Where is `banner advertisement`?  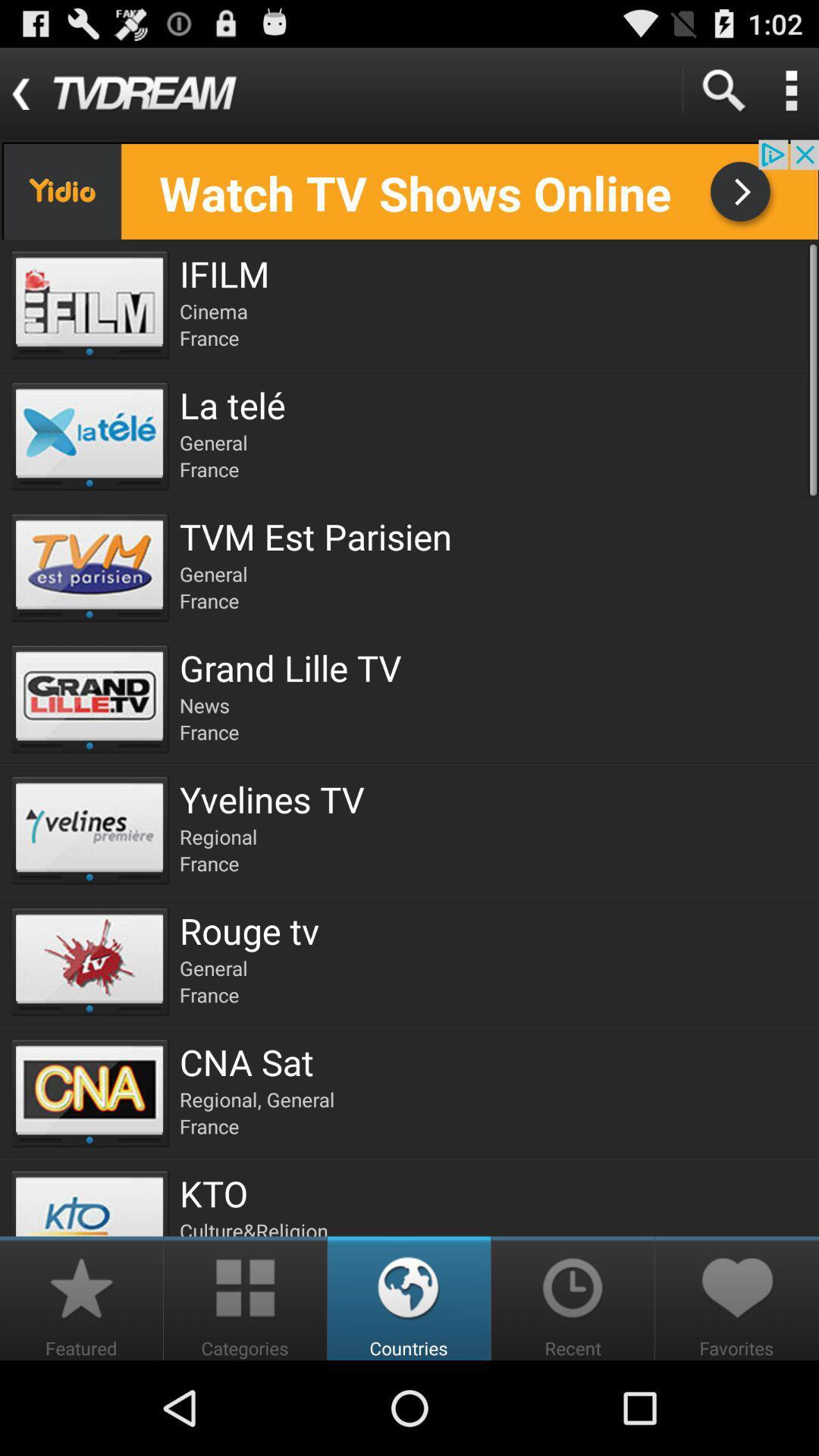
banner advertisement is located at coordinates (409, 189).